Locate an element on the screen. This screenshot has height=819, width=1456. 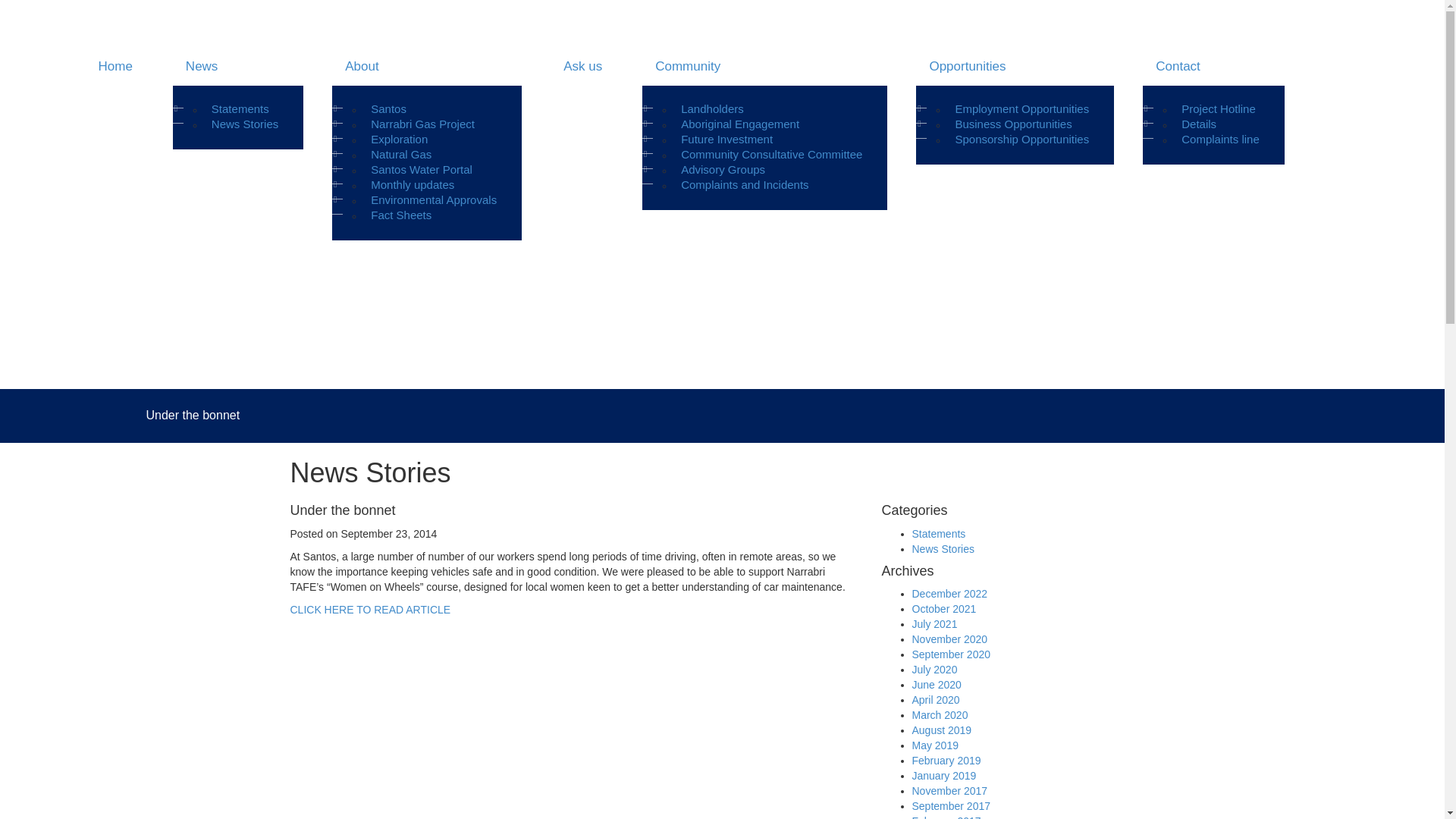
'September 2020' is located at coordinates (949, 654).